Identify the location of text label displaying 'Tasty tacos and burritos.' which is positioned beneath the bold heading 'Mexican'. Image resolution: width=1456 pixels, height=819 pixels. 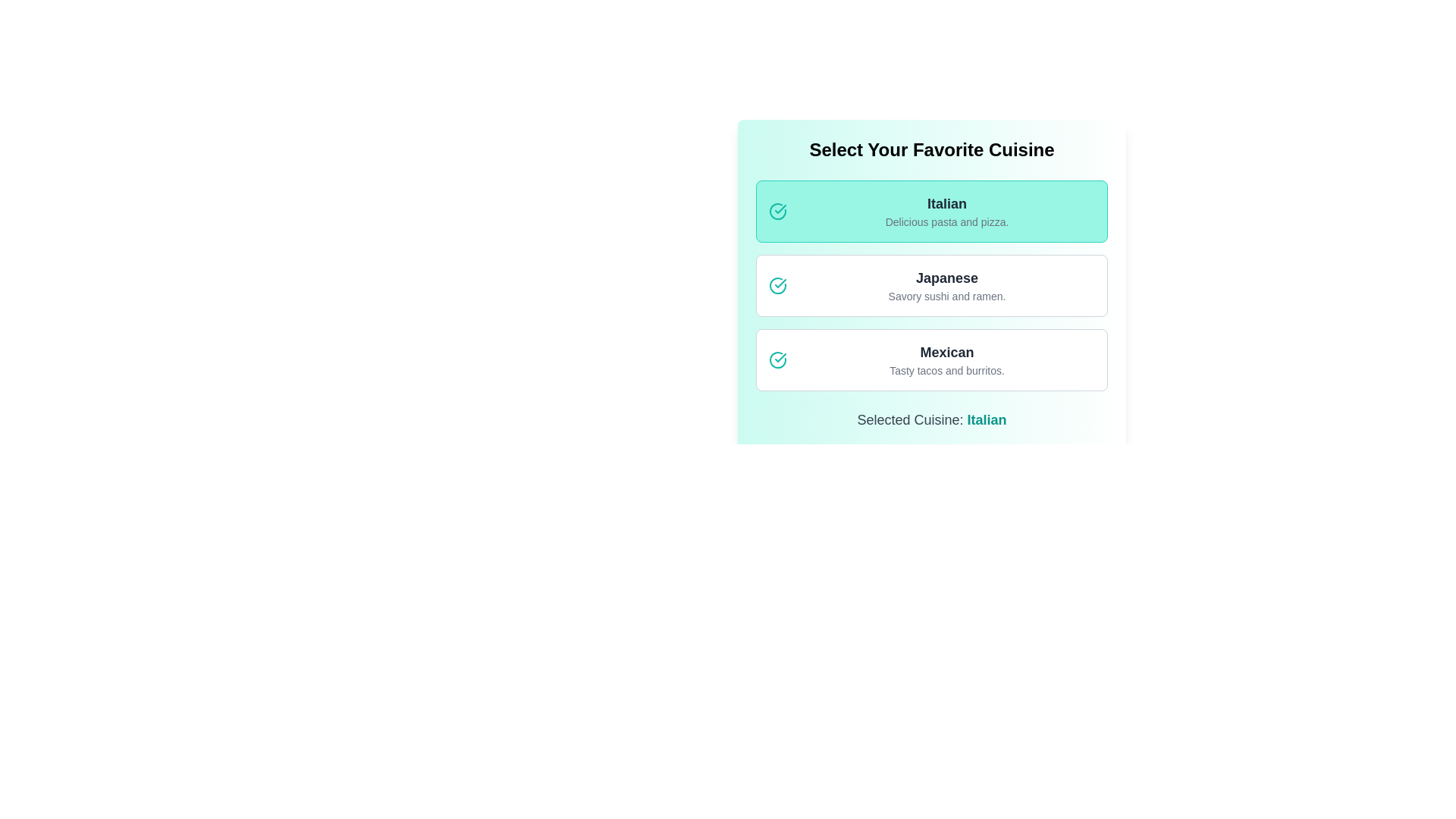
(946, 371).